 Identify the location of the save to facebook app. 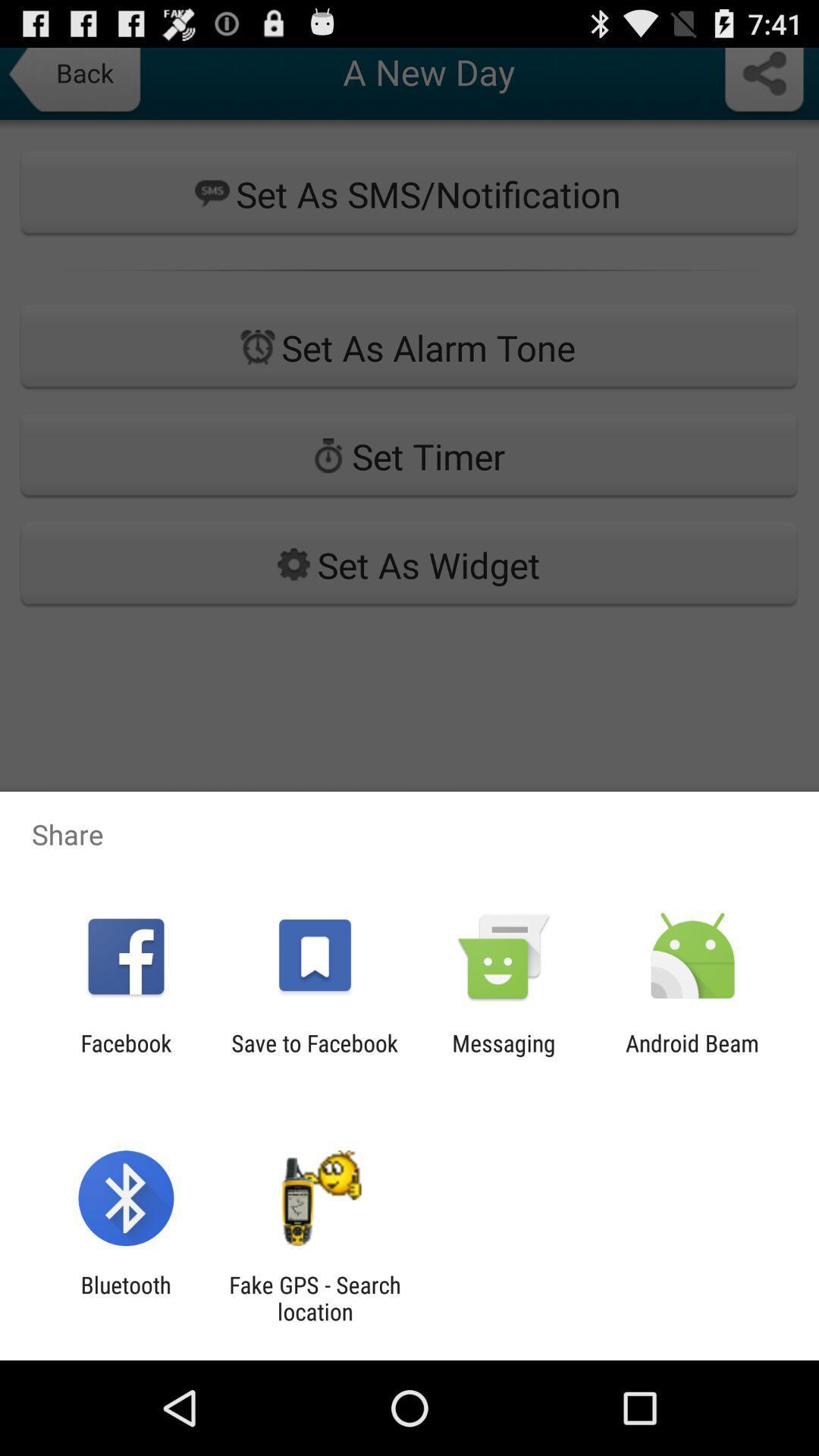
(314, 1056).